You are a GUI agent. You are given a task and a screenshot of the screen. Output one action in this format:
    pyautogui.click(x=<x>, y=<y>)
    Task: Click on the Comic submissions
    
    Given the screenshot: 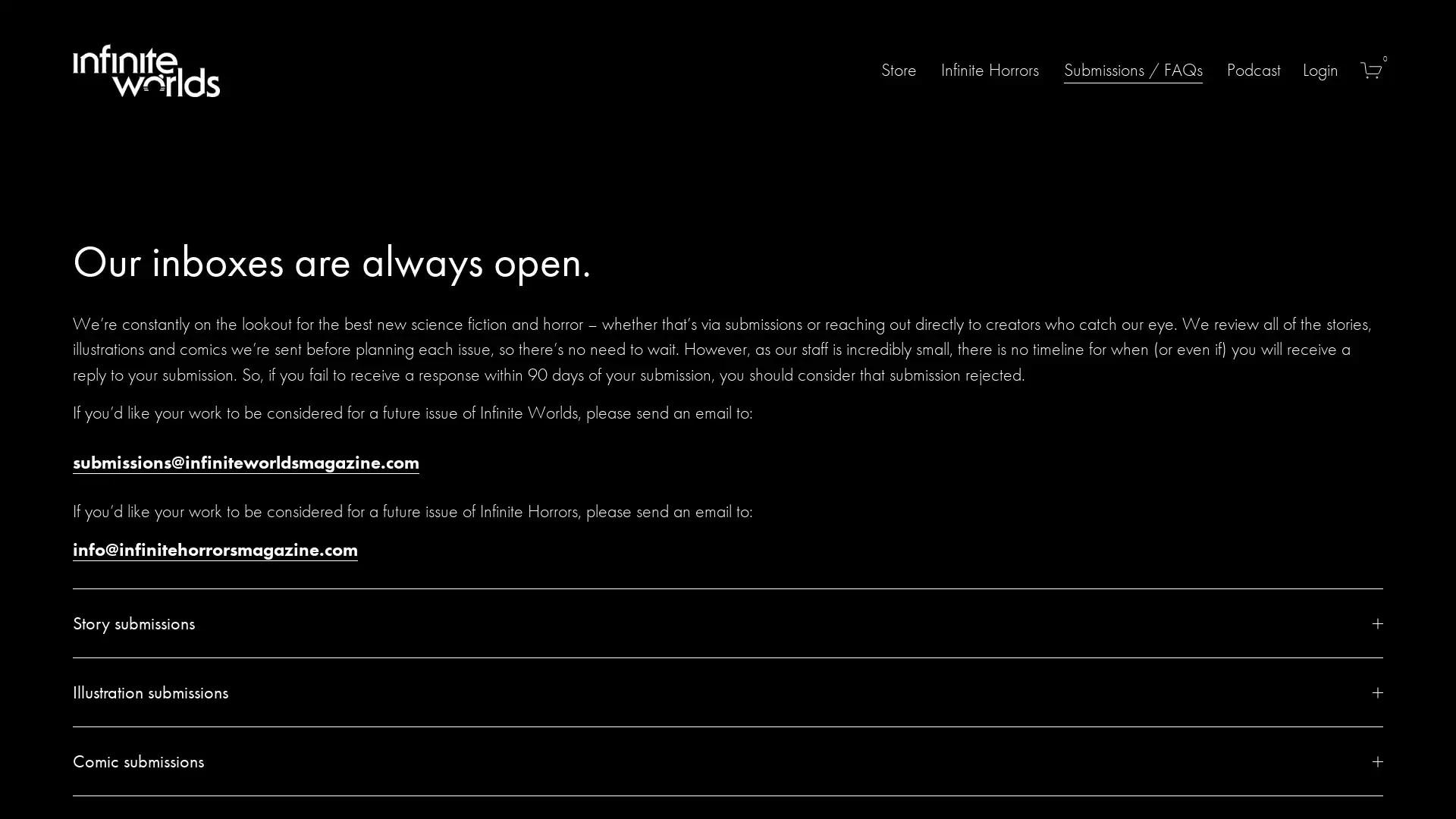 What is the action you would take?
    pyautogui.click(x=728, y=761)
    